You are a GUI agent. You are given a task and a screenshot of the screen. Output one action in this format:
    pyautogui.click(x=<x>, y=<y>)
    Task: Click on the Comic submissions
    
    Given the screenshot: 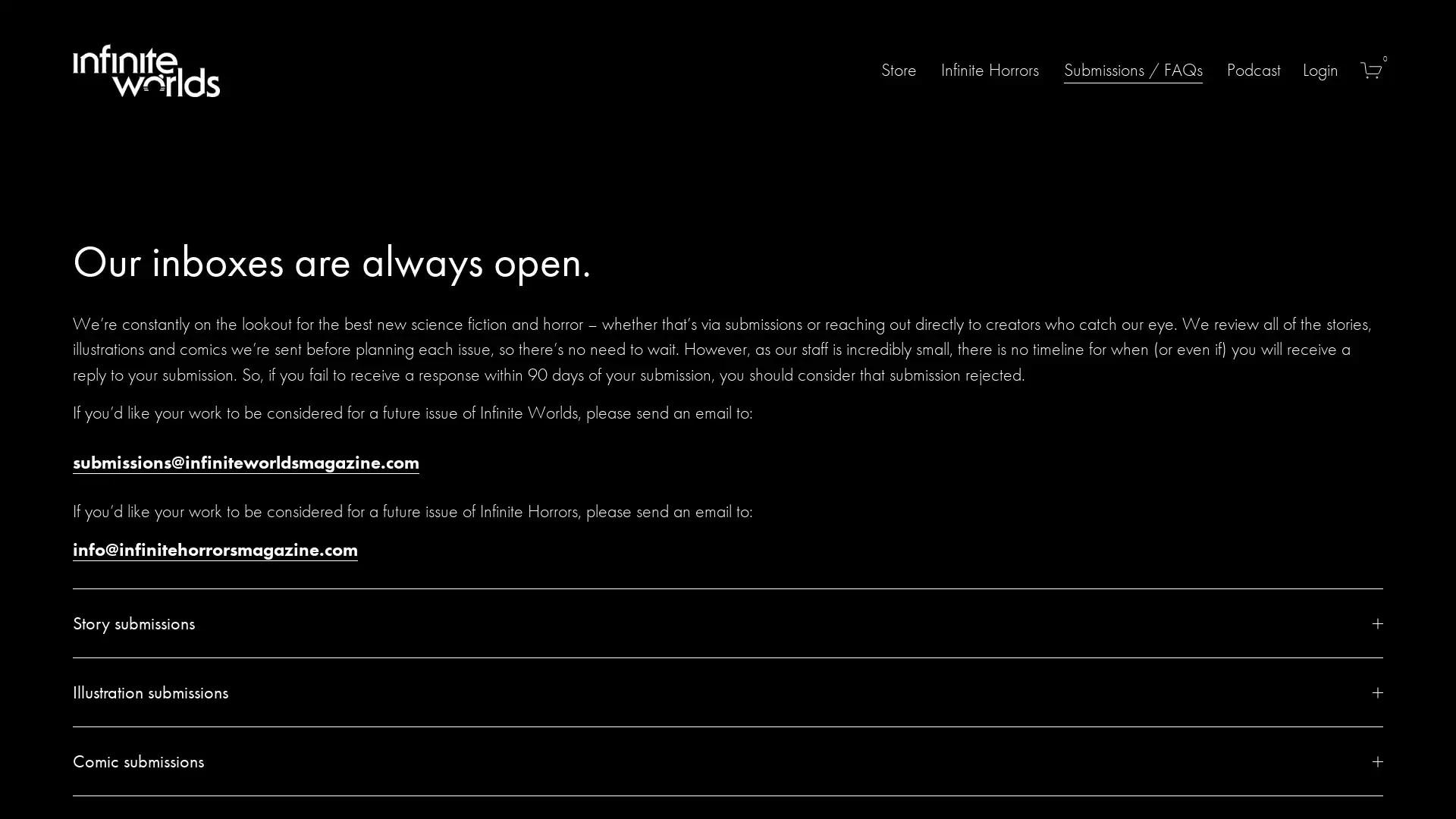 What is the action you would take?
    pyautogui.click(x=728, y=761)
    